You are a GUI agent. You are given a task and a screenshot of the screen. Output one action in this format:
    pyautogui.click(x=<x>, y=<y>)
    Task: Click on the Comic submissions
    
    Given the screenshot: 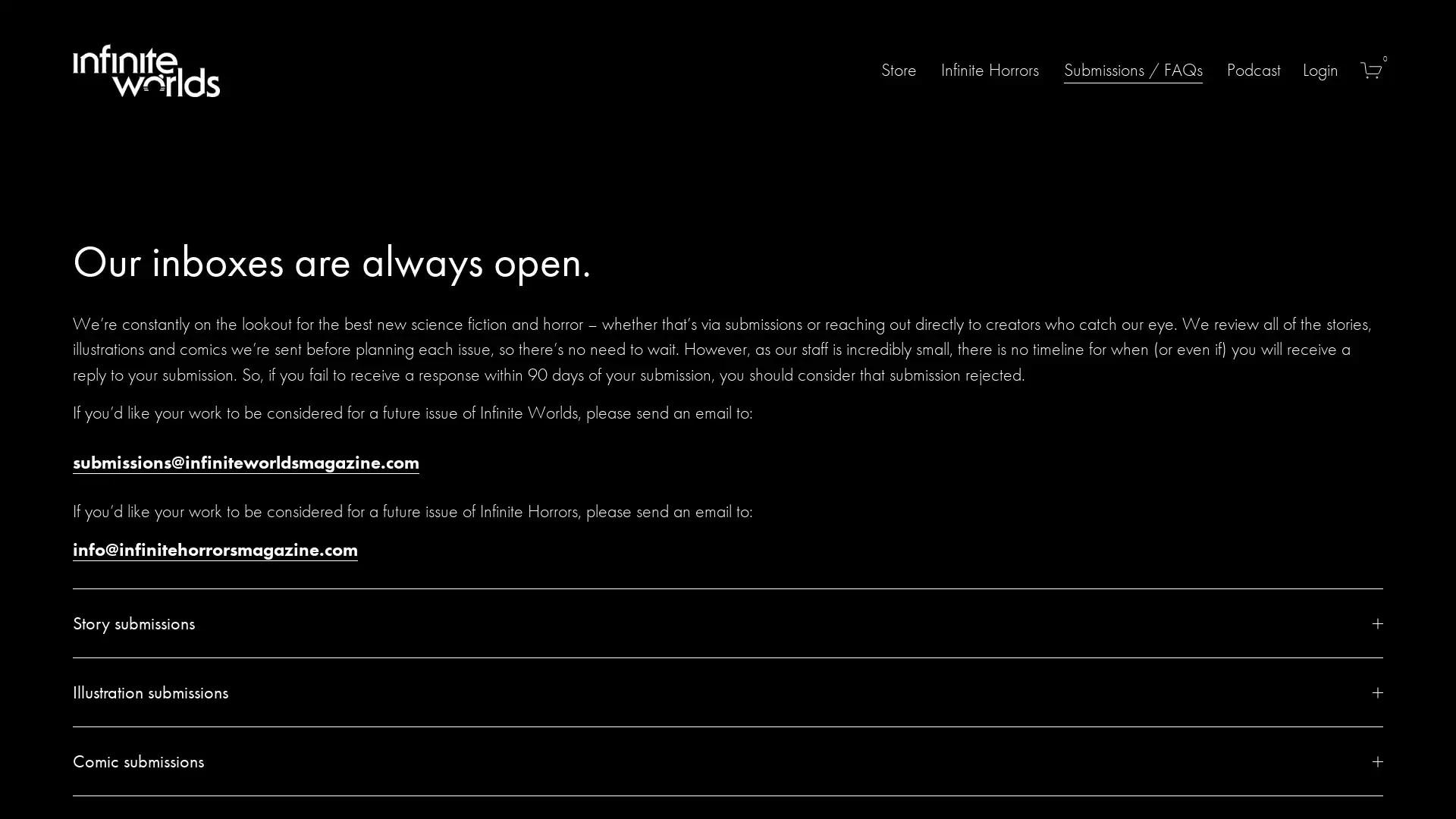 What is the action you would take?
    pyautogui.click(x=728, y=761)
    